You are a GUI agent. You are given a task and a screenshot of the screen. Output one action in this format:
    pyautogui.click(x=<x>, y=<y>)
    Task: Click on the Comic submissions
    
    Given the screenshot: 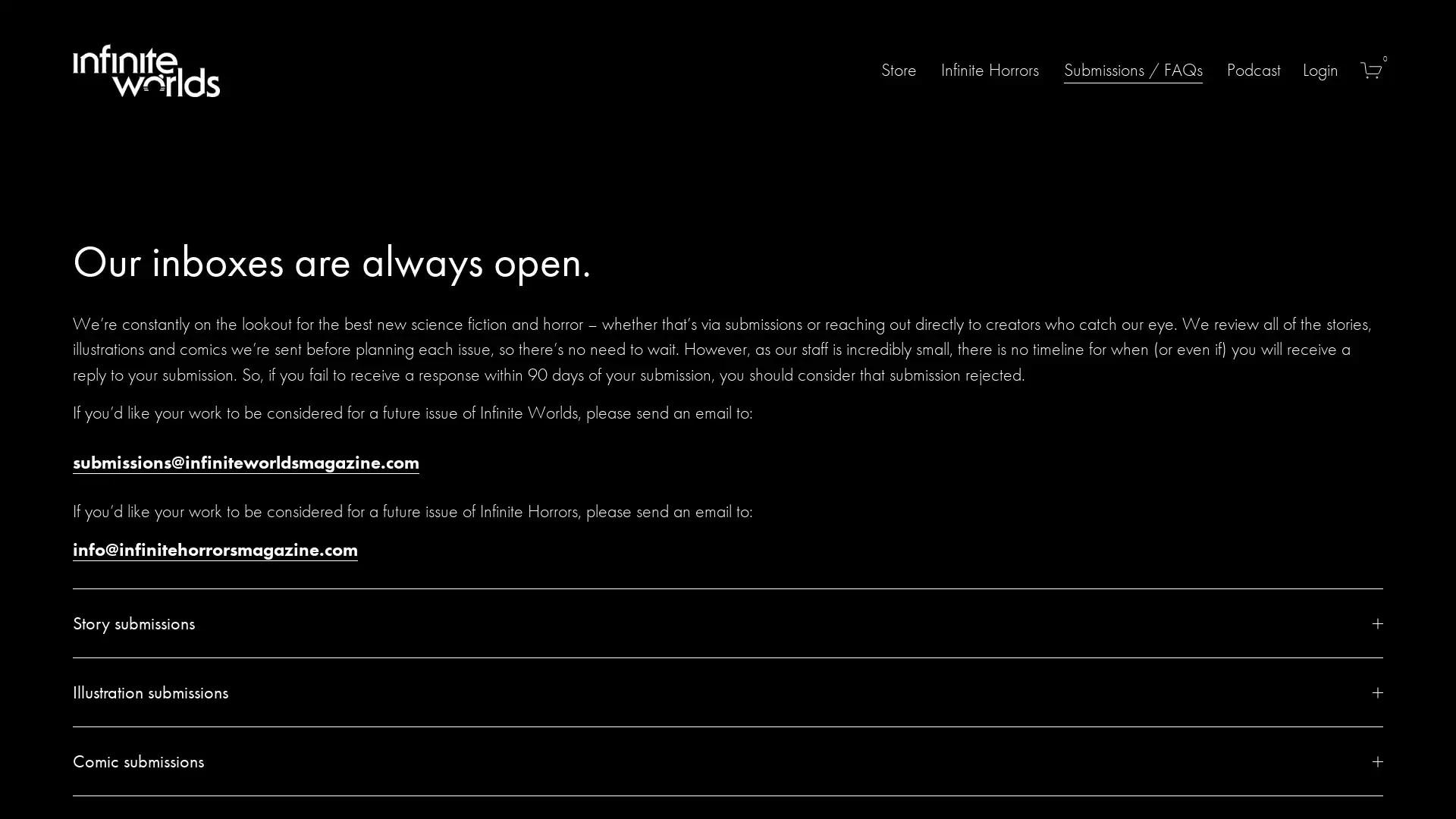 What is the action you would take?
    pyautogui.click(x=728, y=761)
    